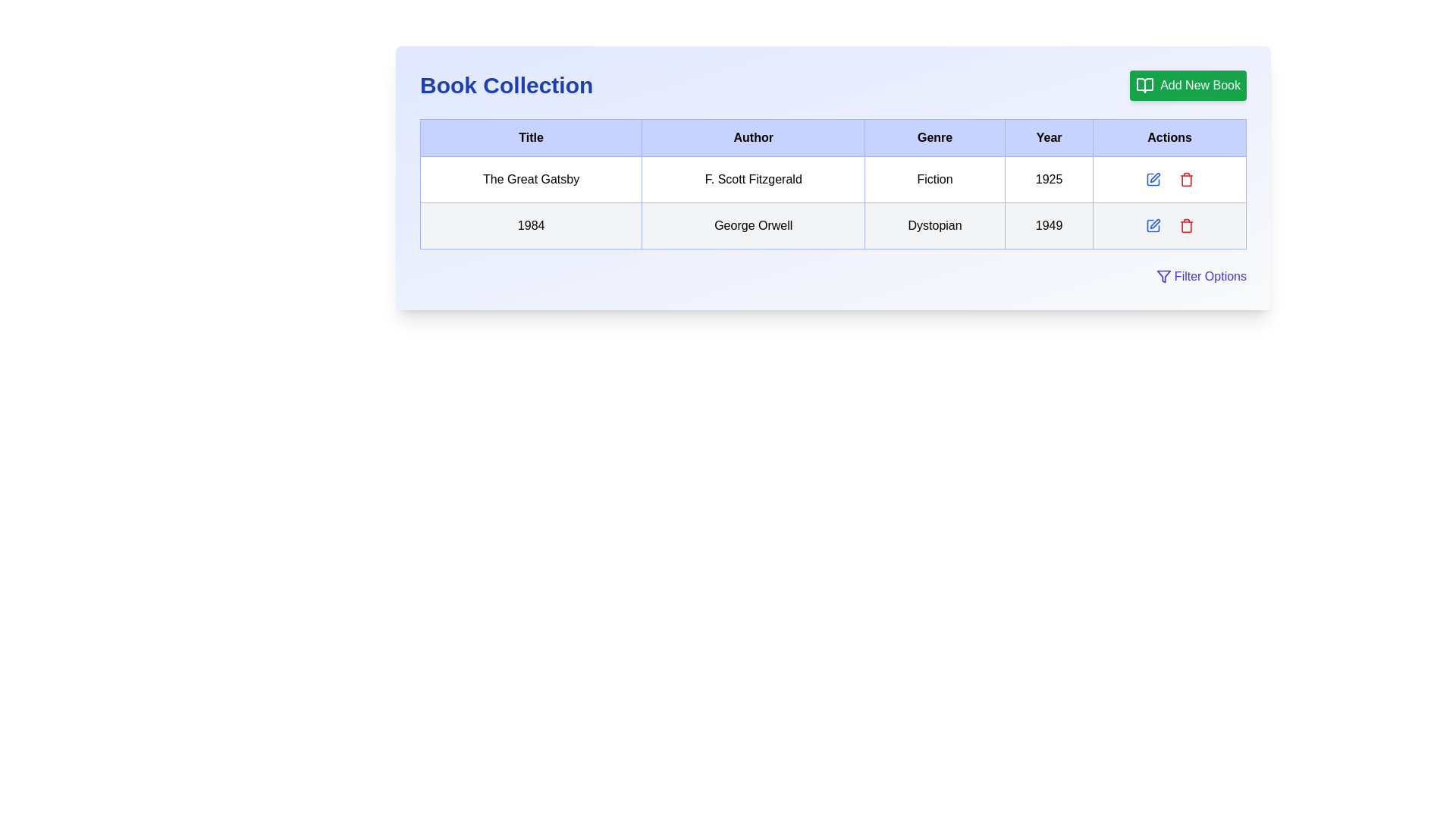  What do you see at coordinates (1154, 224) in the screenshot?
I see `the leftmost edit icon in the 'Actions' column for the row associated with the book '1984'` at bounding box center [1154, 224].